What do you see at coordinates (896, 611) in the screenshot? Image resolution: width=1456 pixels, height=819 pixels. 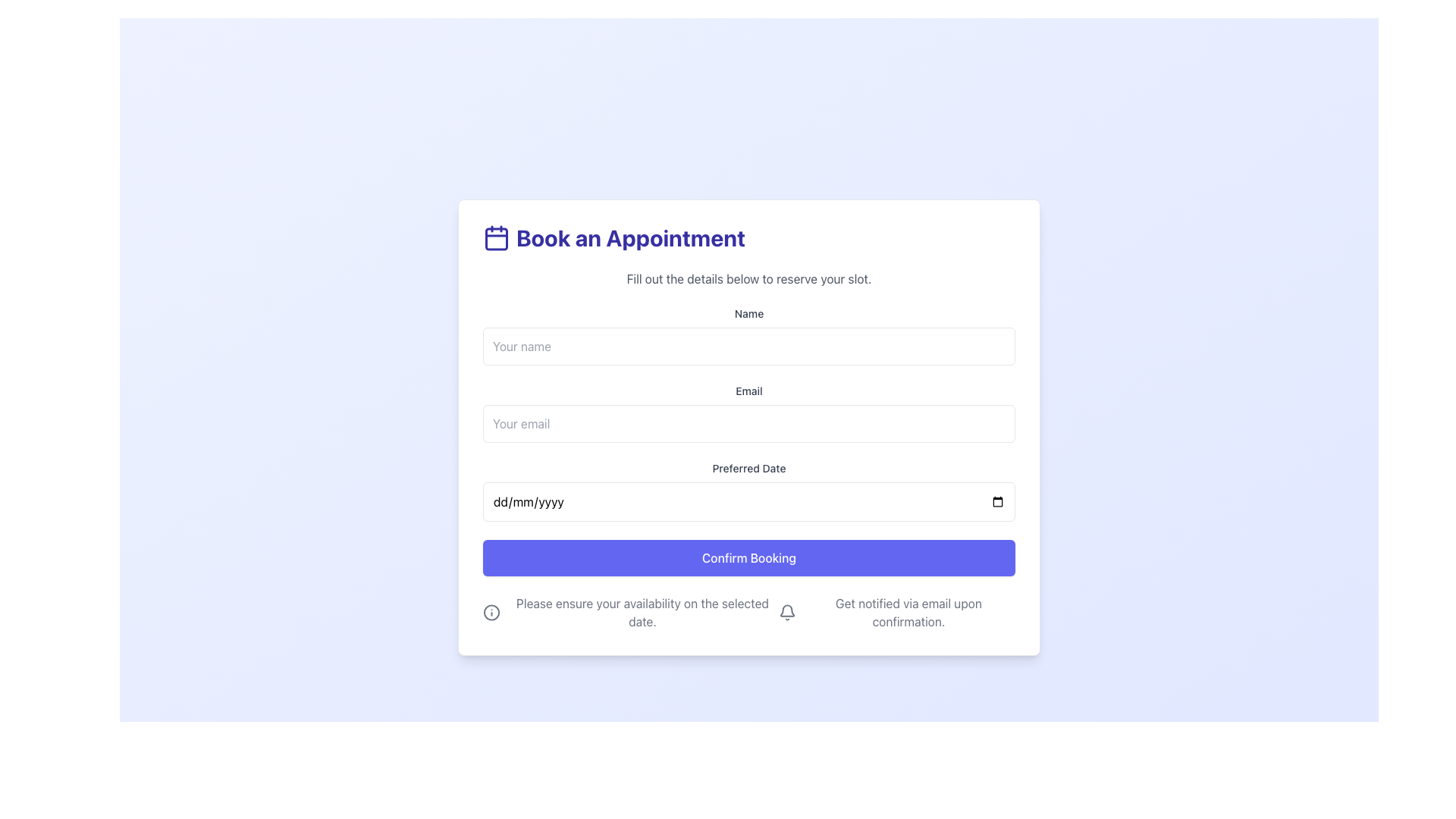 I see `information displayed by the element that shows the text 'Get notified via email upon confirmation.' with a bell-shaped icon to its left, located in the lower right section of the interface` at bounding box center [896, 611].